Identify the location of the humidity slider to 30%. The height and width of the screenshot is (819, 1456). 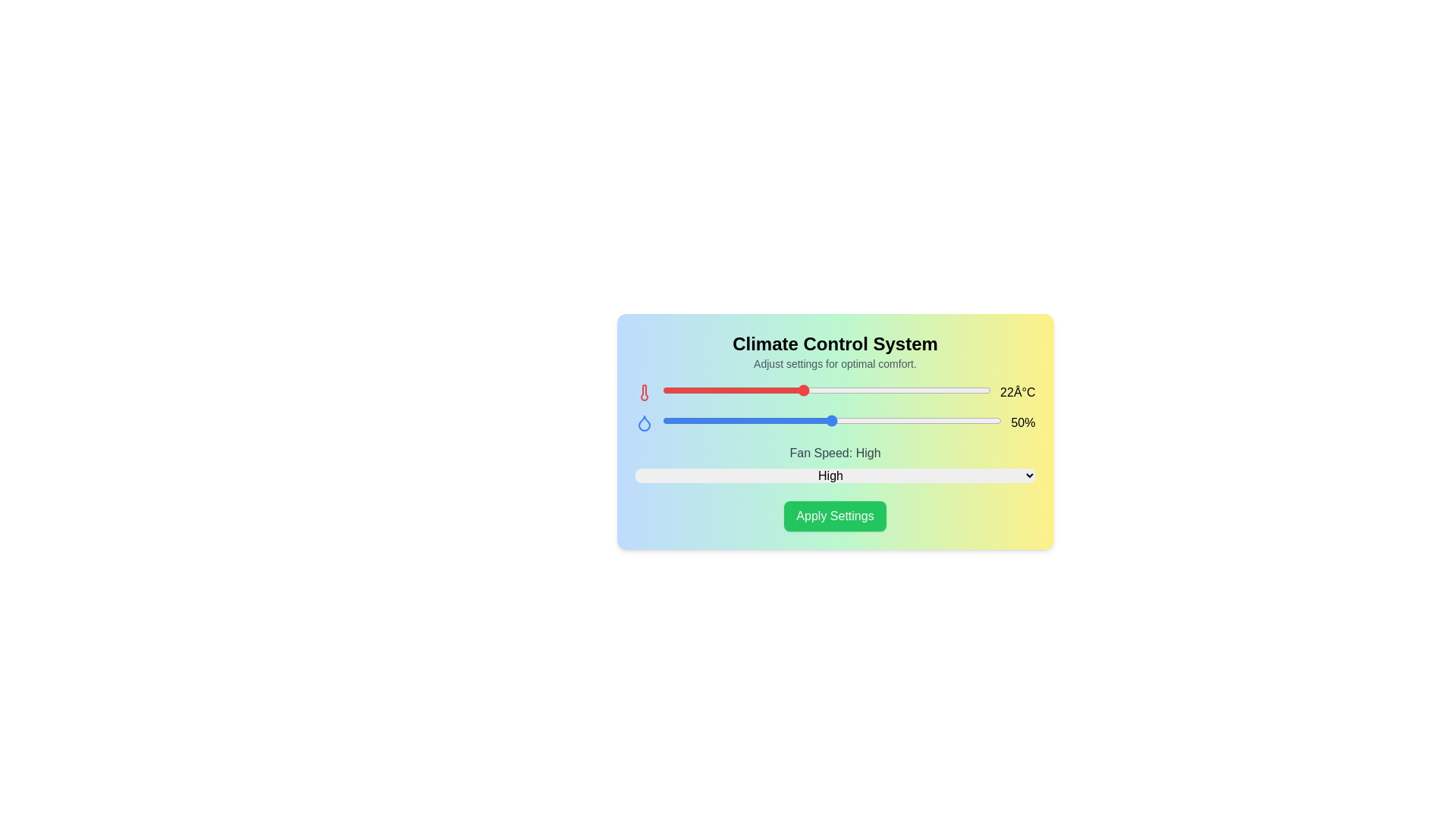
(662, 421).